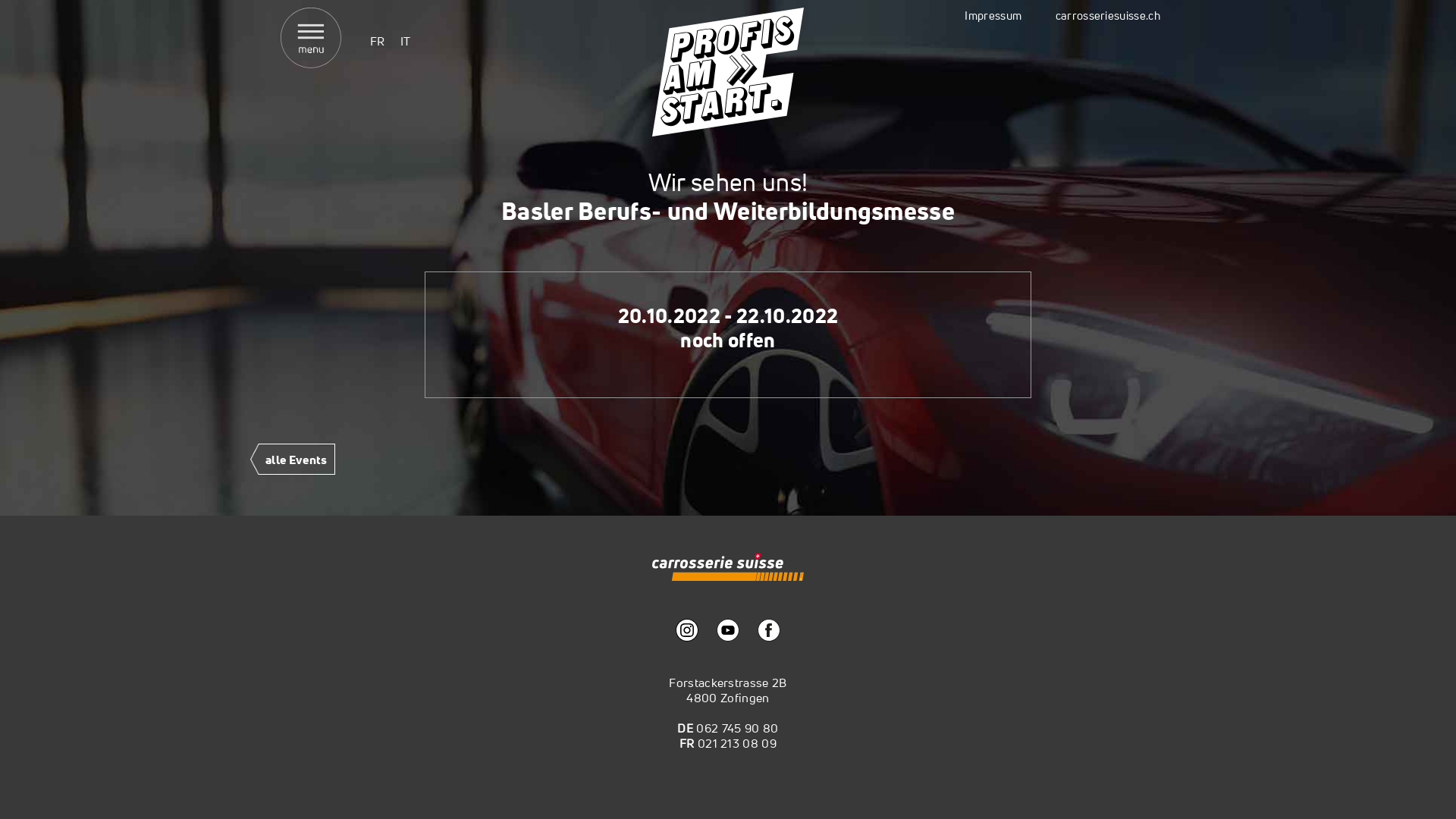 The height and width of the screenshot is (819, 1456). I want to click on '021 213 08 09', so click(736, 742).